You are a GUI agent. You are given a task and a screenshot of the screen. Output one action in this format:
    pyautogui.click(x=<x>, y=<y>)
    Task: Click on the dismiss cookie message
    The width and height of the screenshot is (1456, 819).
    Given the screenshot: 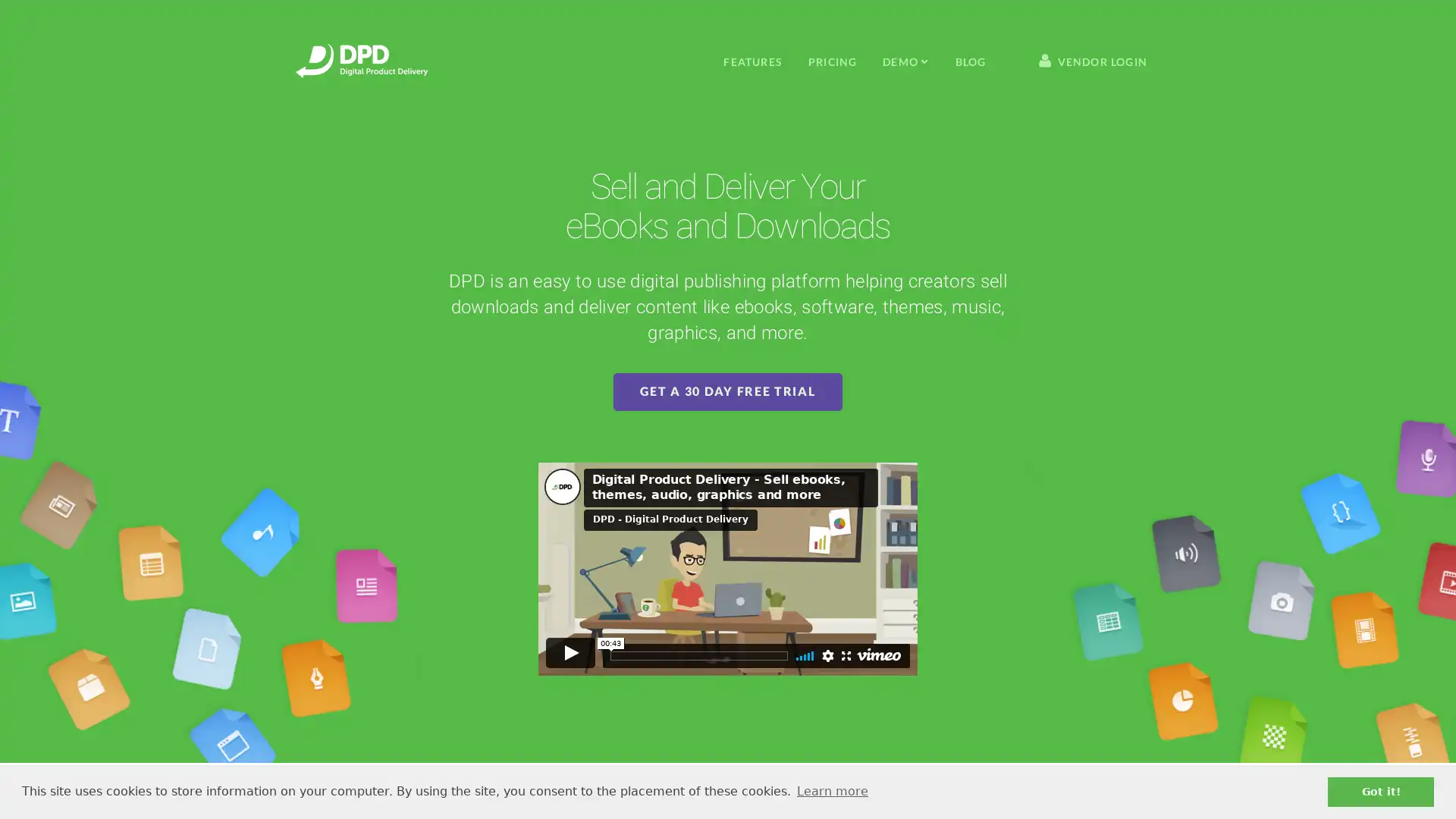 What is the action you would take?
    pyautogui.click(x=1380, y=791)
    